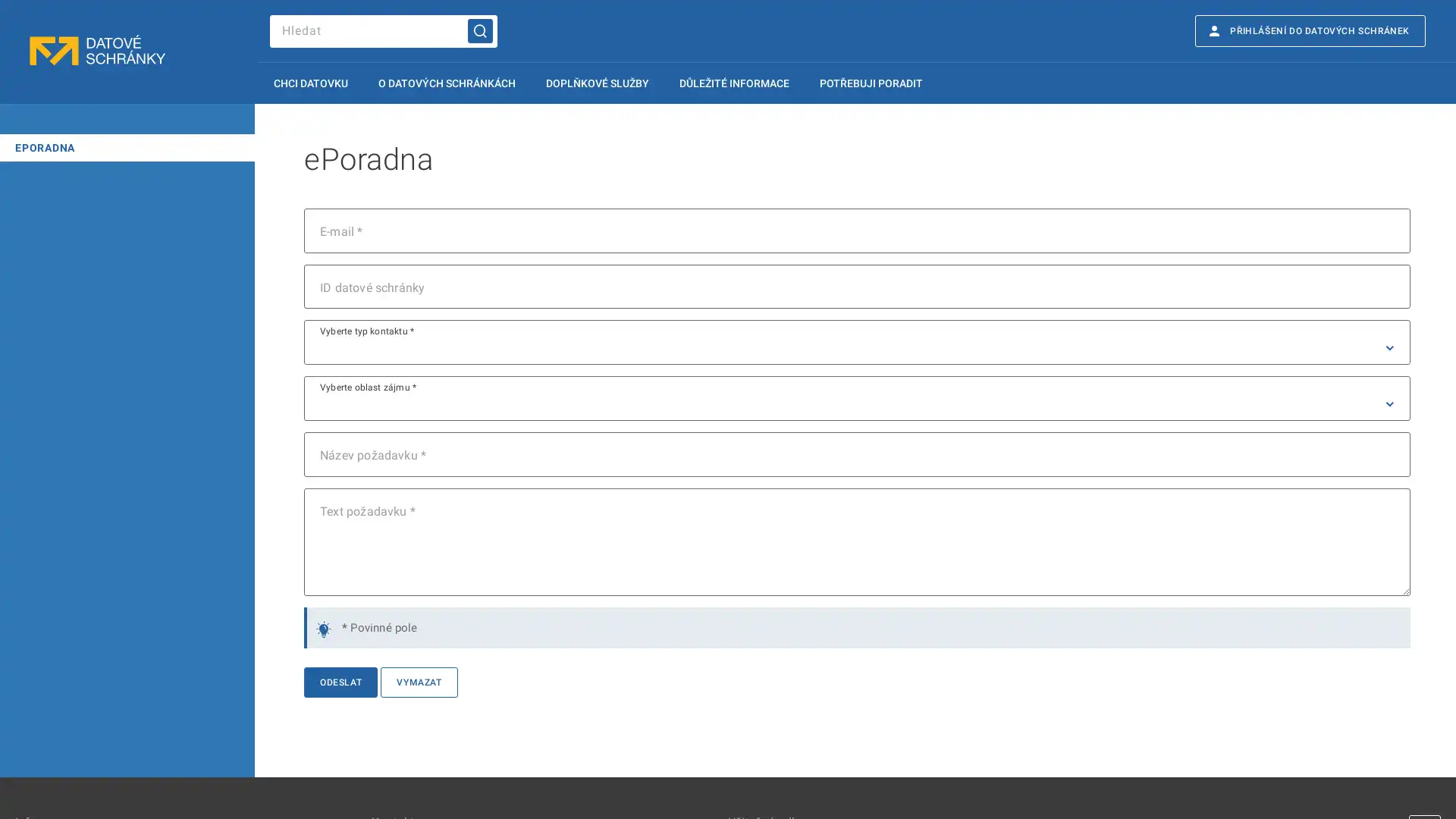  I want to click on Hledat, so click(479, 31).